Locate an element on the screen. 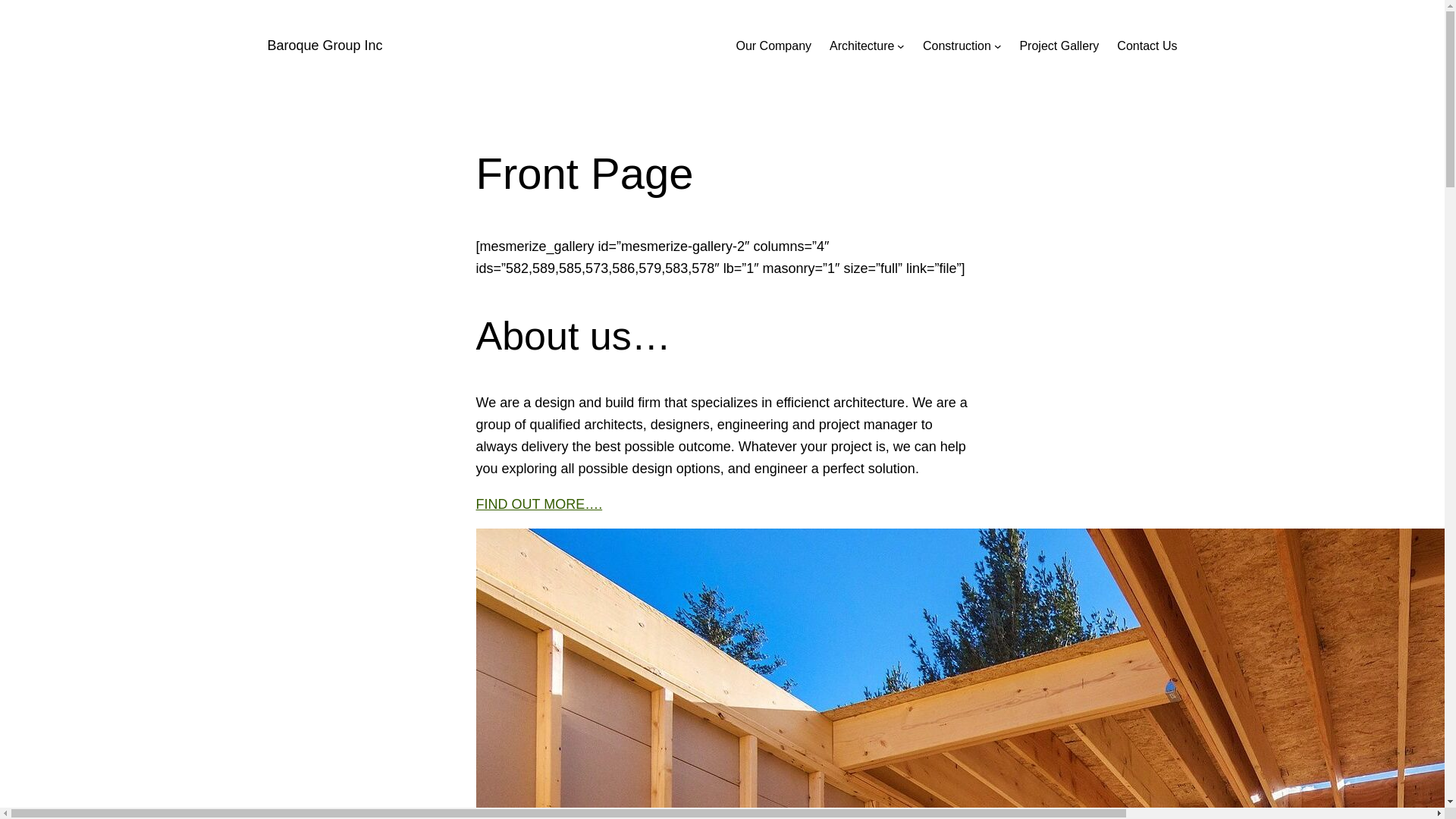 The height and width of the screenshot is (819, 1456). 'Baroque Group Inc' is located at coordinates (323, 45).